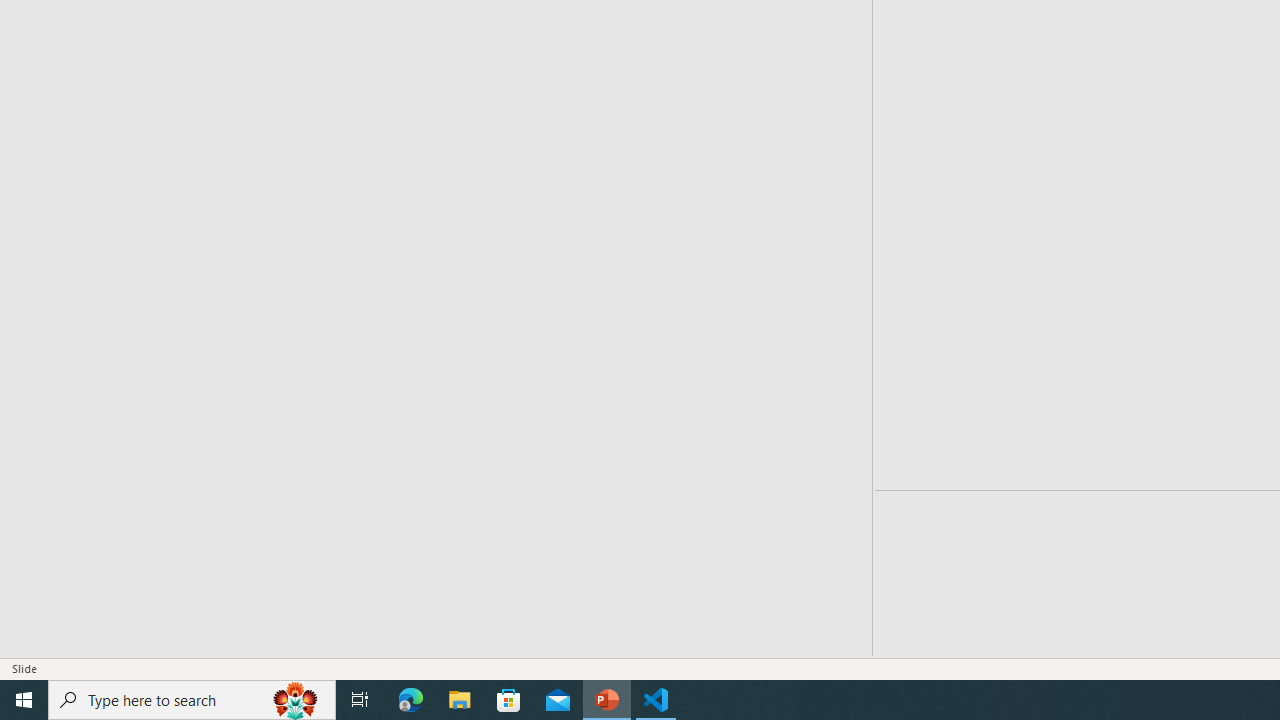  I want to click on 'Microsoft Store', so click(509, 698).